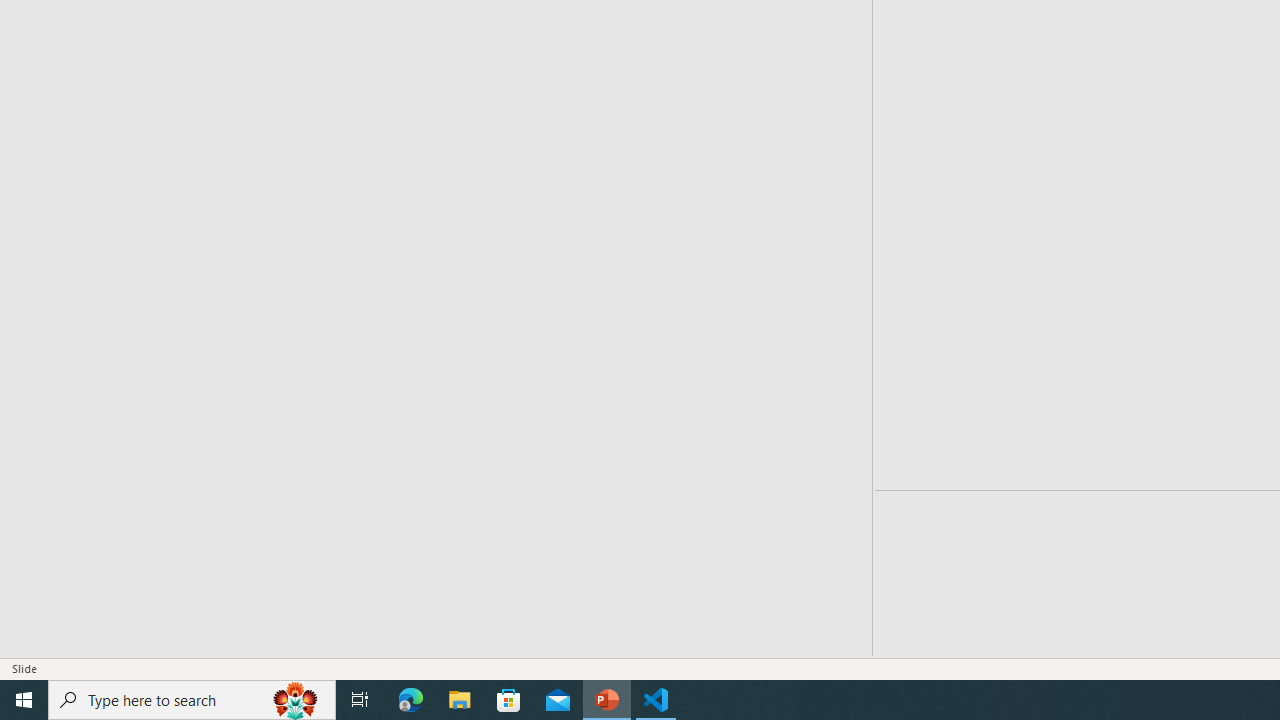  I want to click on 'Microsoft Store', so click(509, 698).